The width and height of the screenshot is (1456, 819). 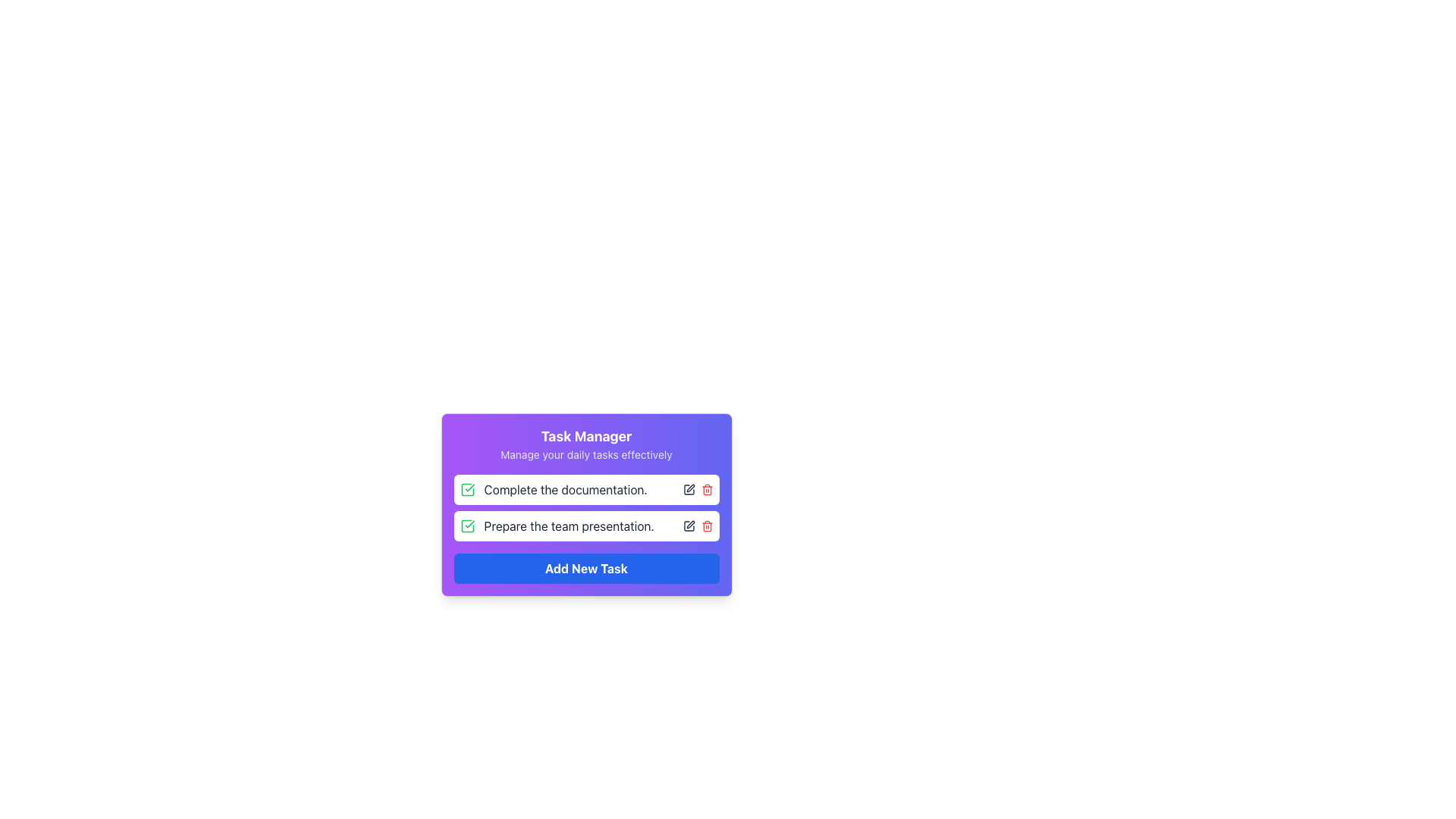 I want to click on the edit icon in the Action Group for the task labeled 'Complete the documentation' in the Task Manager, so click(x=697, y=489).